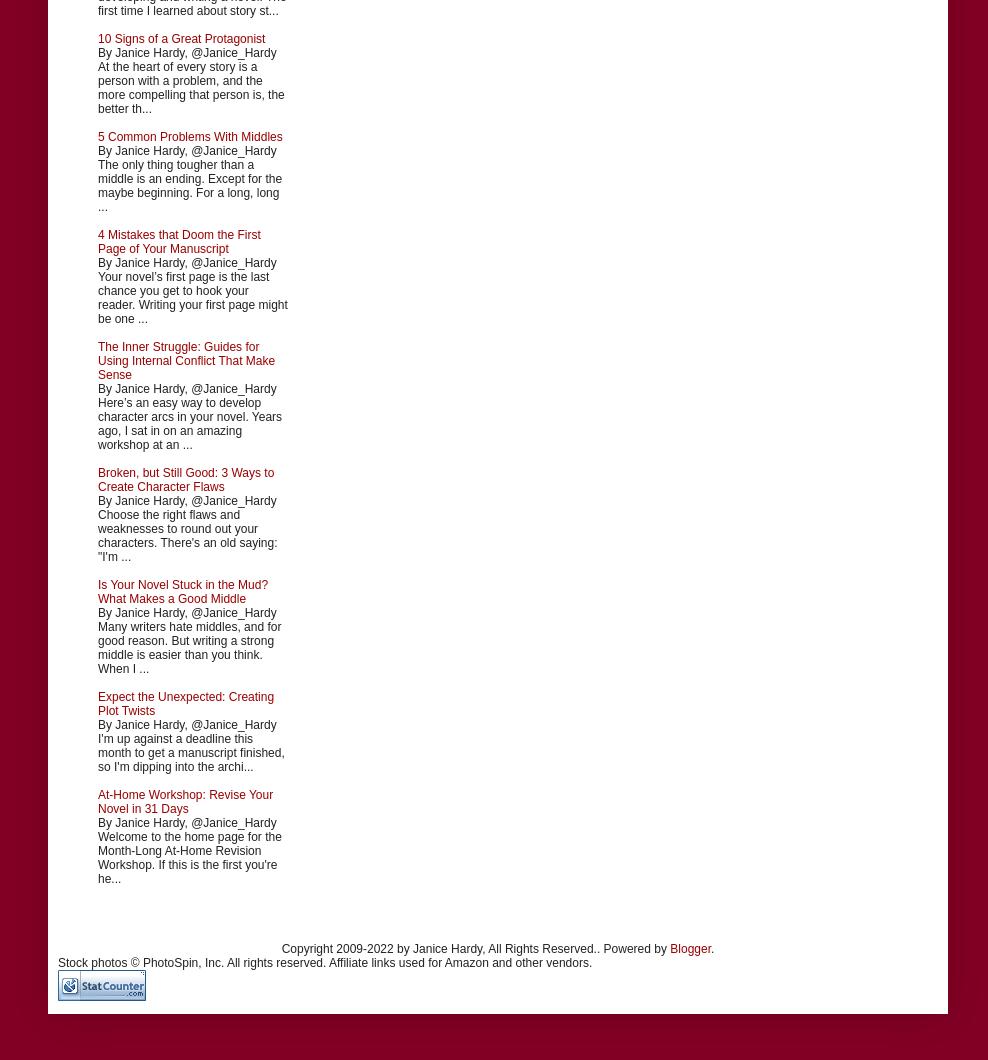 The width and height of the screenshot is (988, 1060). What do you see at coordinates (279, 946) in the screenshot?
I see `'Copyright 2009-2022 by Janice Hardy, All Rights Reserved.. Powered by'` at bounding box center [279, 946].